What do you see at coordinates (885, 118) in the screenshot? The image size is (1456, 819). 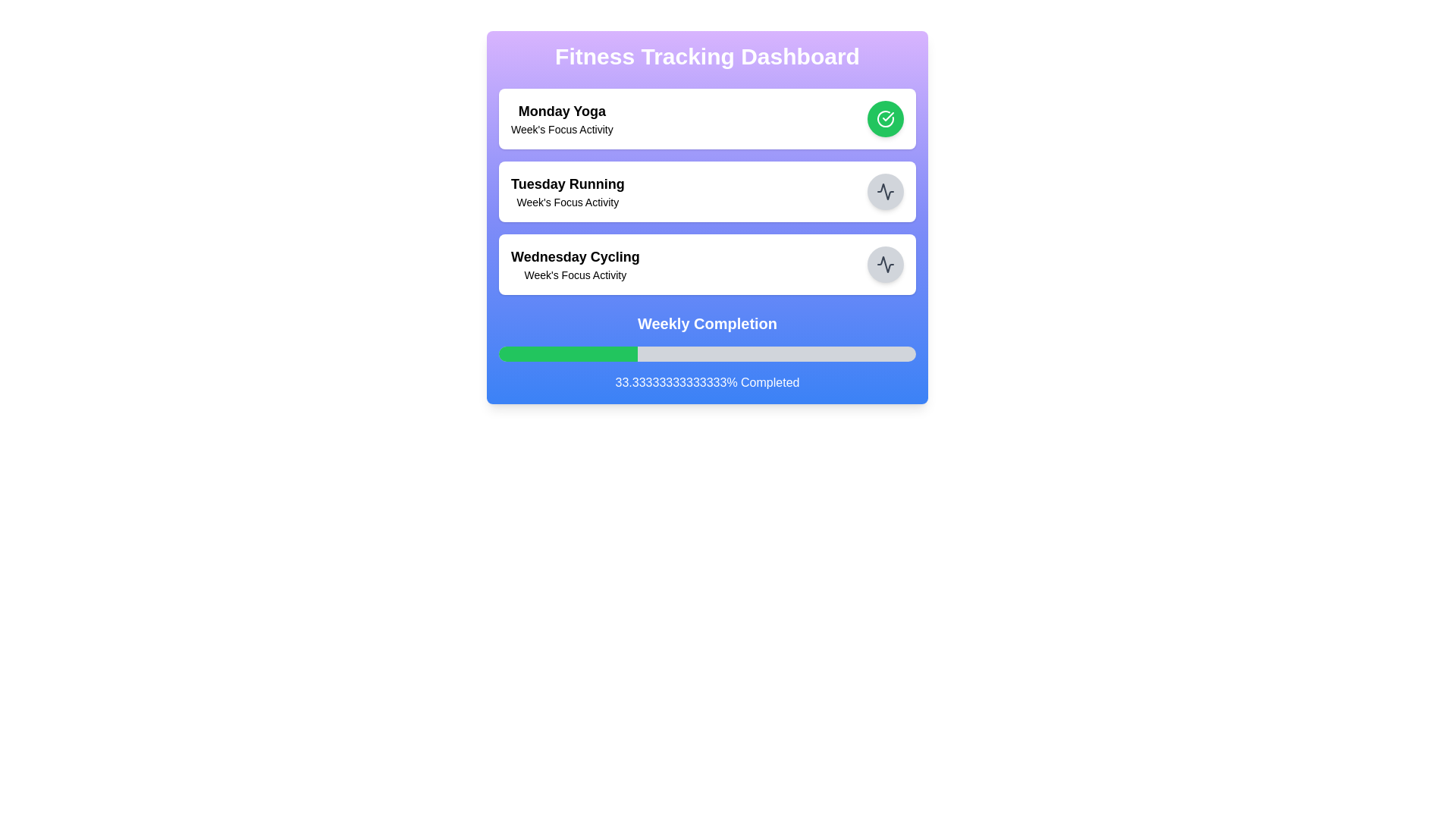 I see `the circular green button with a white checkmark icon in the top right corner of the 'Monday Yoga' row to mark the activity as completed` at bounding box center [885, 118].